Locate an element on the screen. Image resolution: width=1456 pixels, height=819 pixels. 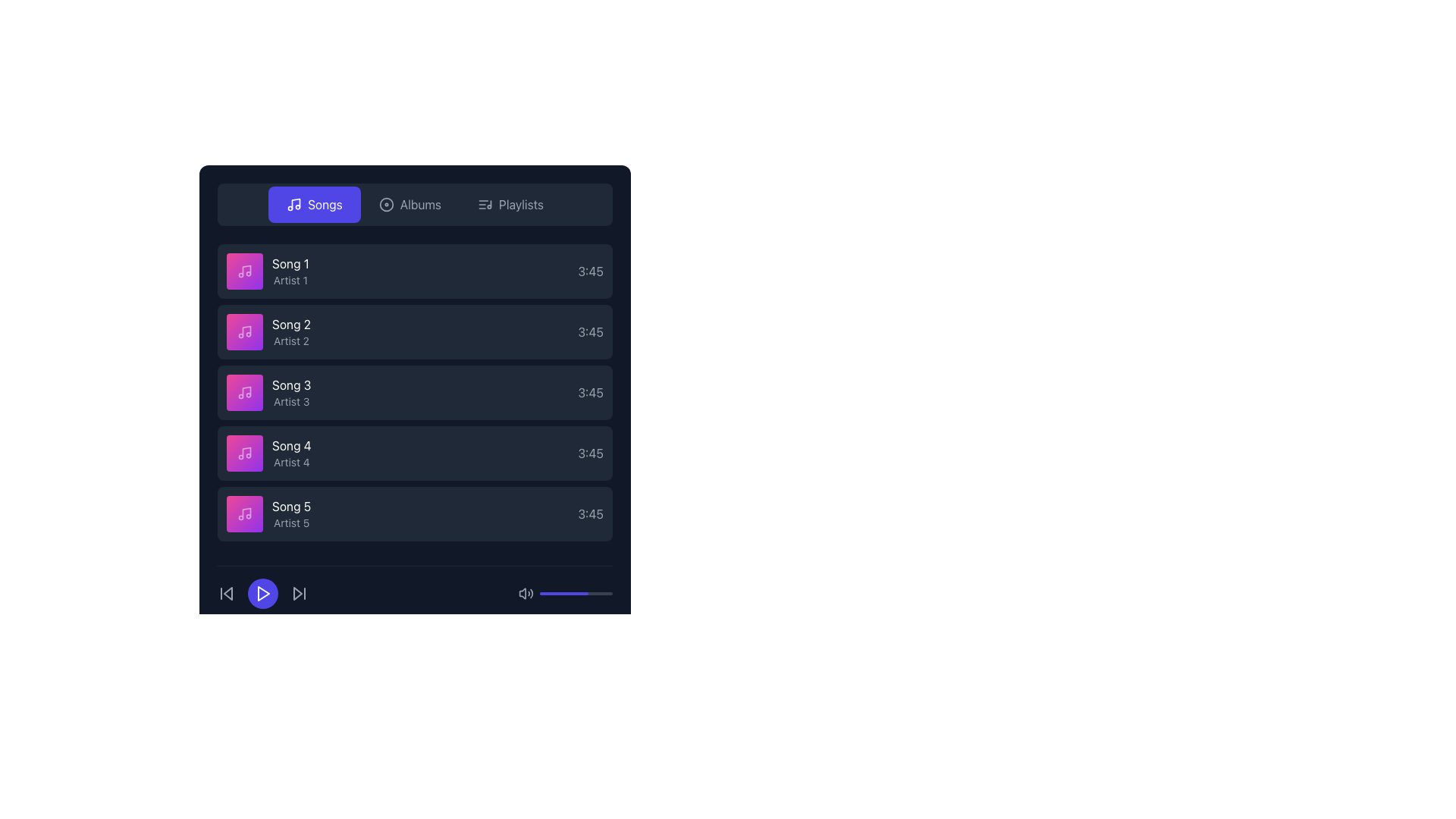
the small musical note icon located in the upper-center region of the purple square icon for the third item in the list, which is above the text 'Song 3' is located at coordinates (246, 391).